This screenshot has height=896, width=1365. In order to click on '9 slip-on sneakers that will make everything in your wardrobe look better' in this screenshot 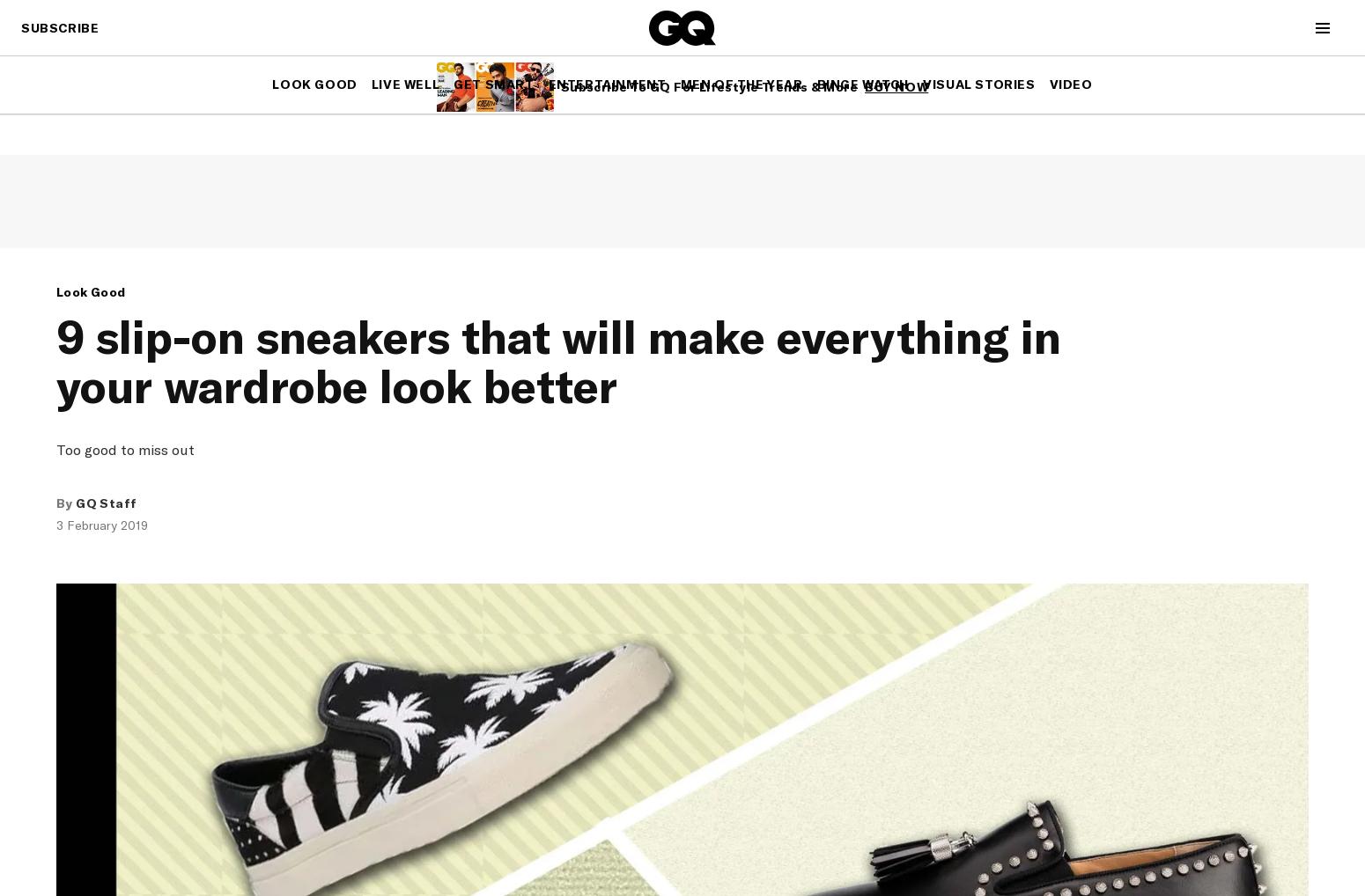, I will do `click(557, 360)`.